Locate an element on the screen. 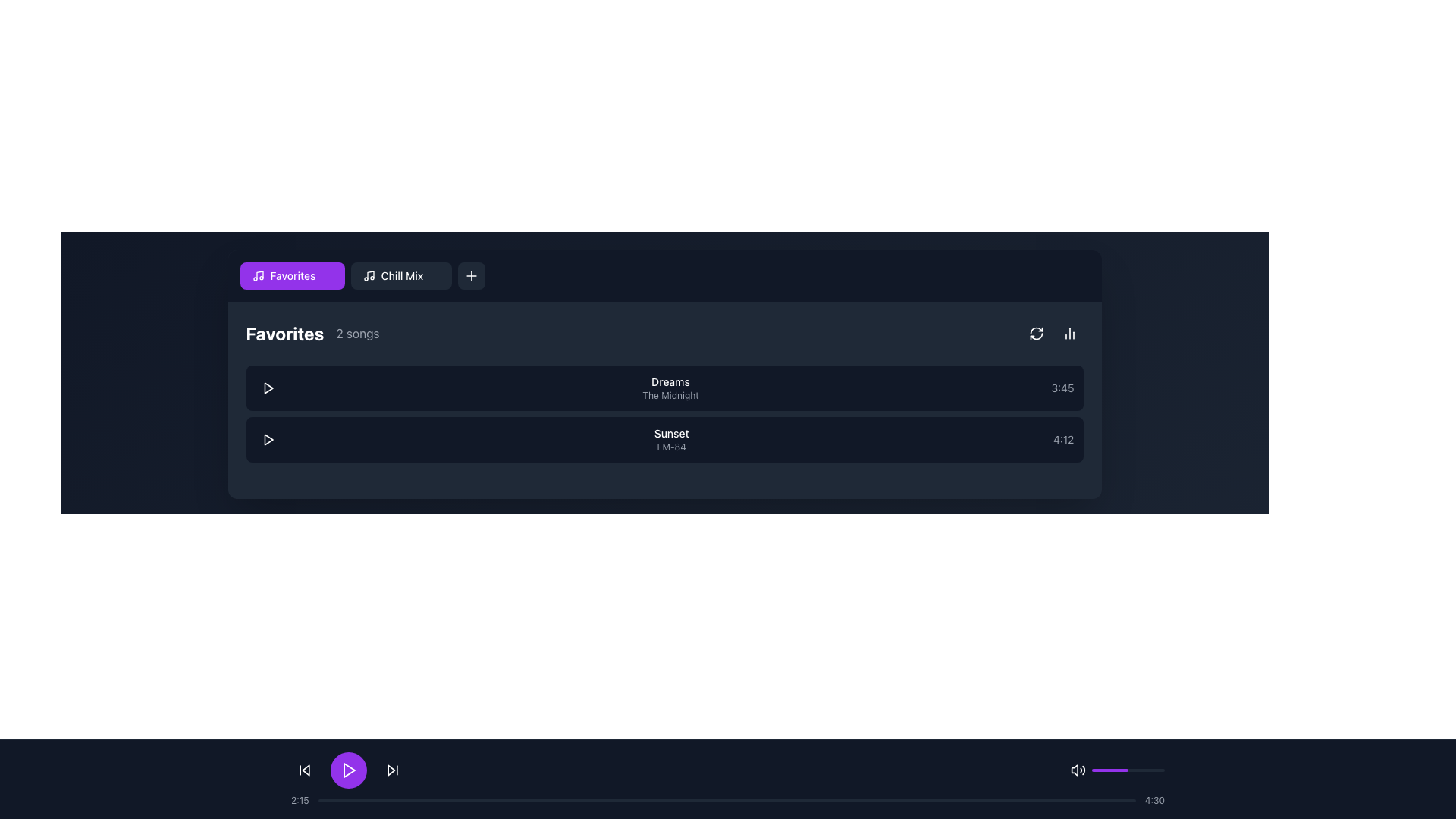  the leftmost button in the playback control section to skip backward to the previous track or restart the current track is located at coordinates (304, 770).